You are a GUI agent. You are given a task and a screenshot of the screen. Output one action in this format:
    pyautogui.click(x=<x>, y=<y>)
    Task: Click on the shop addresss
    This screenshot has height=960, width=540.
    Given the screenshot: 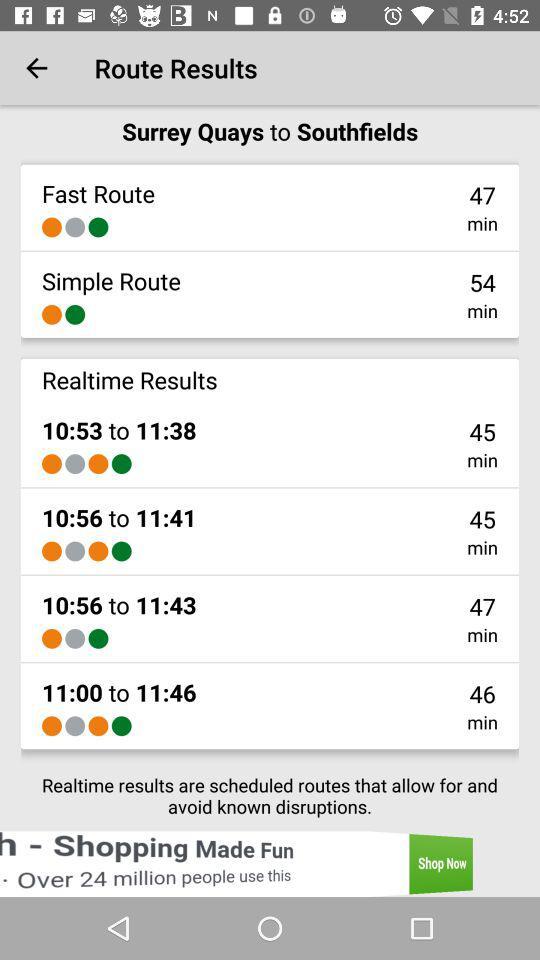 What is the action you would take?
    pyautogui.click(x=270, y=863)
    